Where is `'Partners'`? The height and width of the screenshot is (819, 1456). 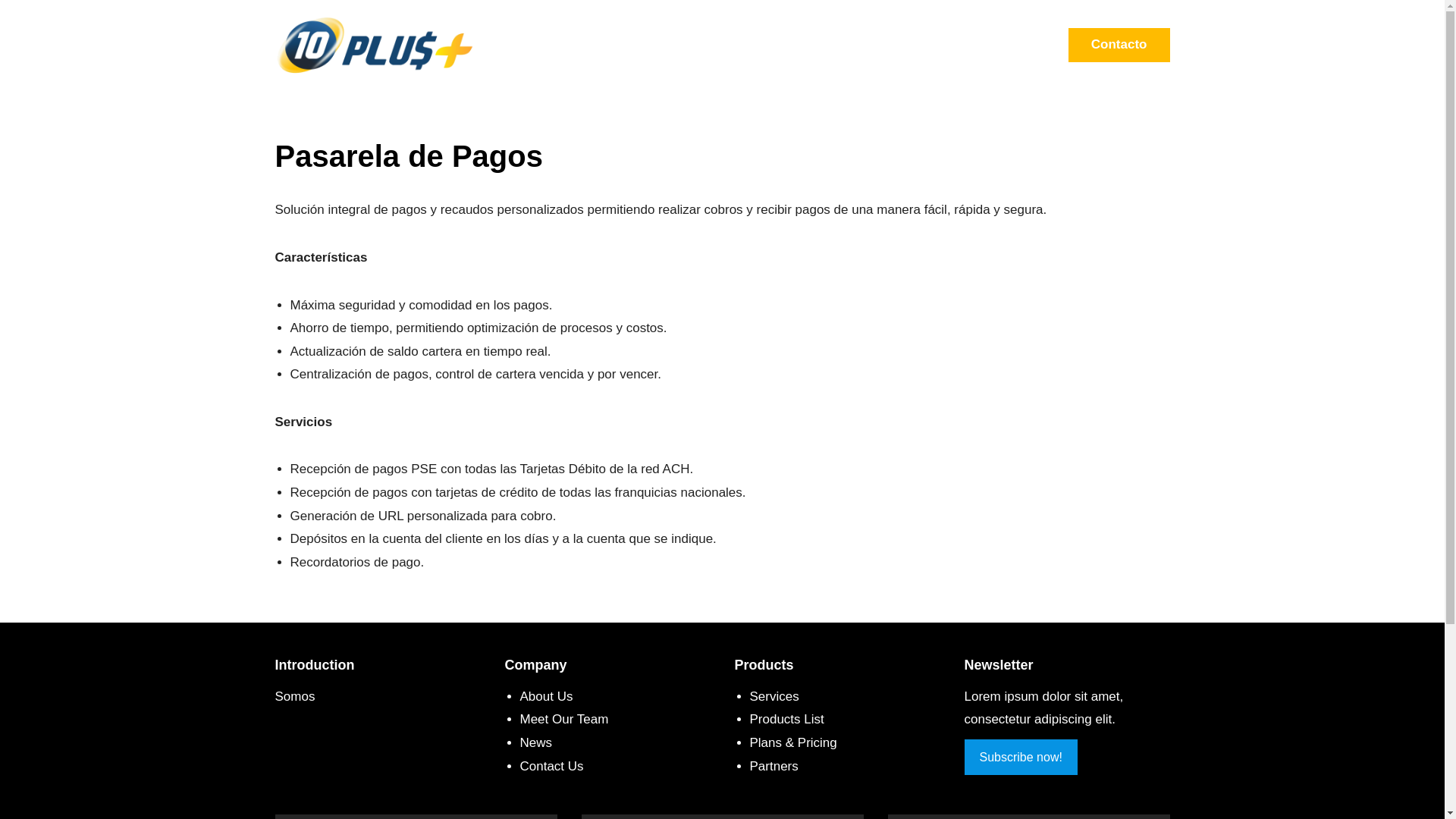
'Partners' is located at coordinates (773, 766).